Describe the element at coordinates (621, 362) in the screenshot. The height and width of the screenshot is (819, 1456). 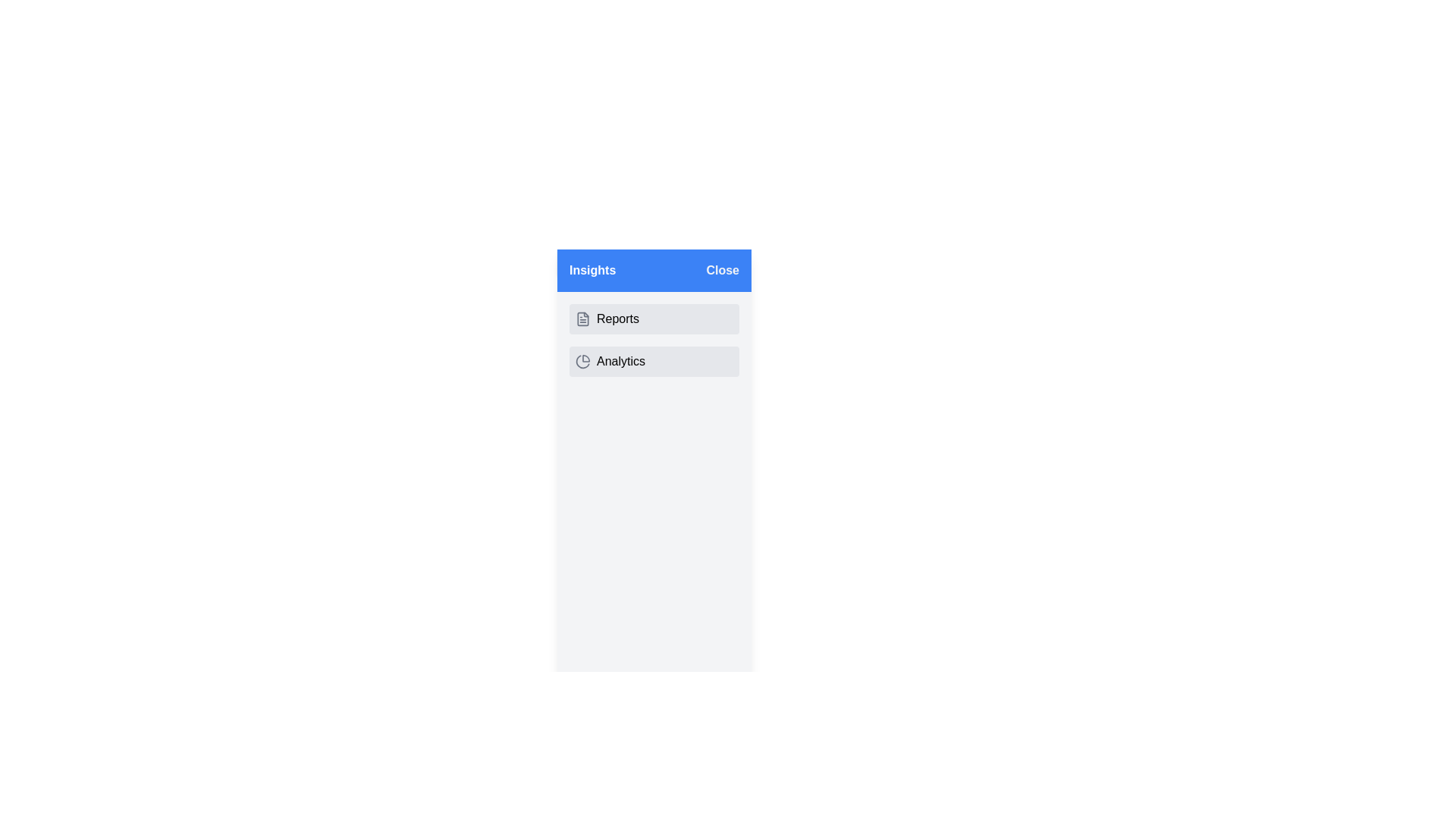
I see `the text label in the vertical menu list that directs to analytics-related functionalities, located beside an icon and below the 'Reports' item` at that location.